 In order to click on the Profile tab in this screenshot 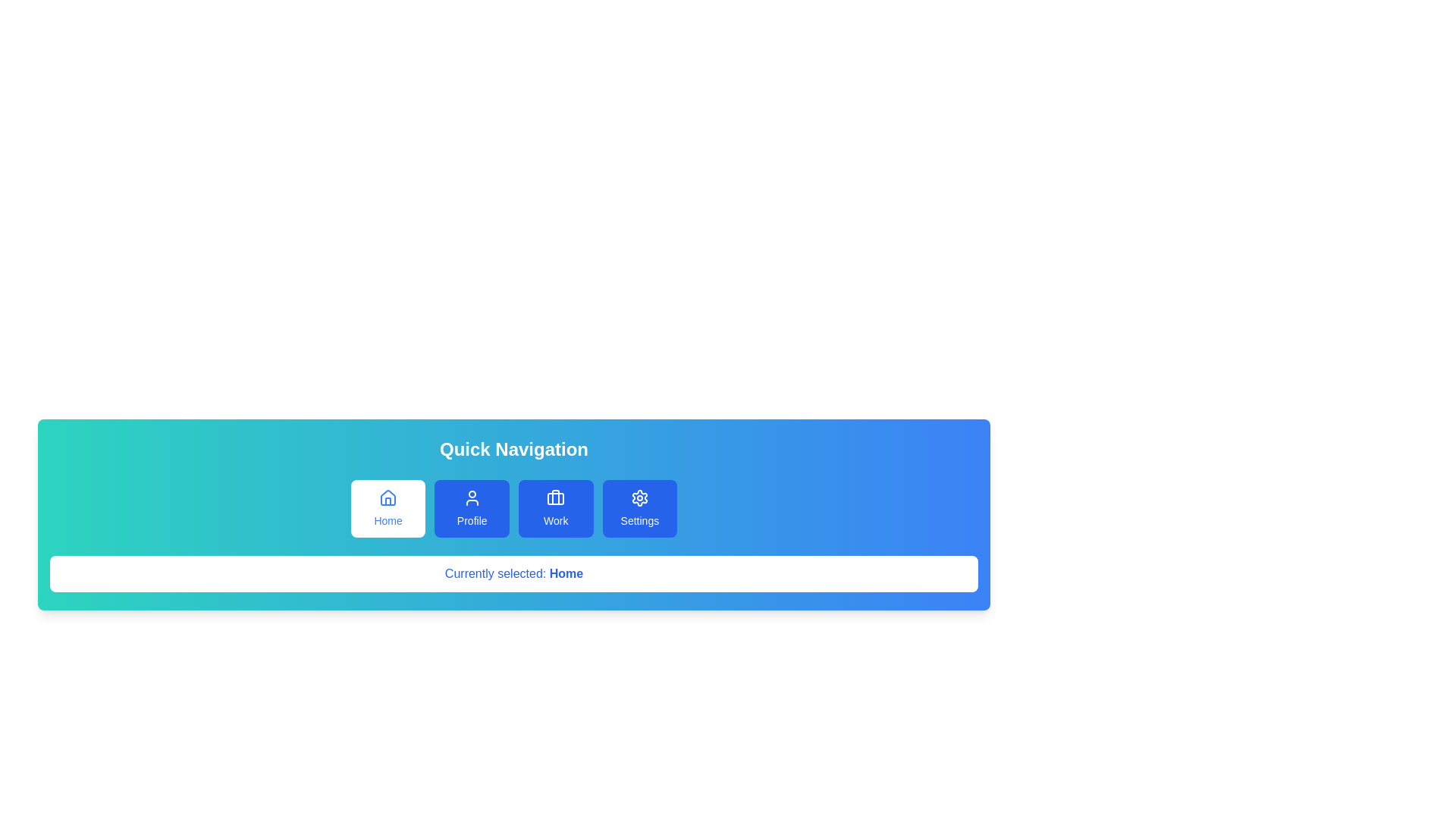, I will do `click(471, 509)`.